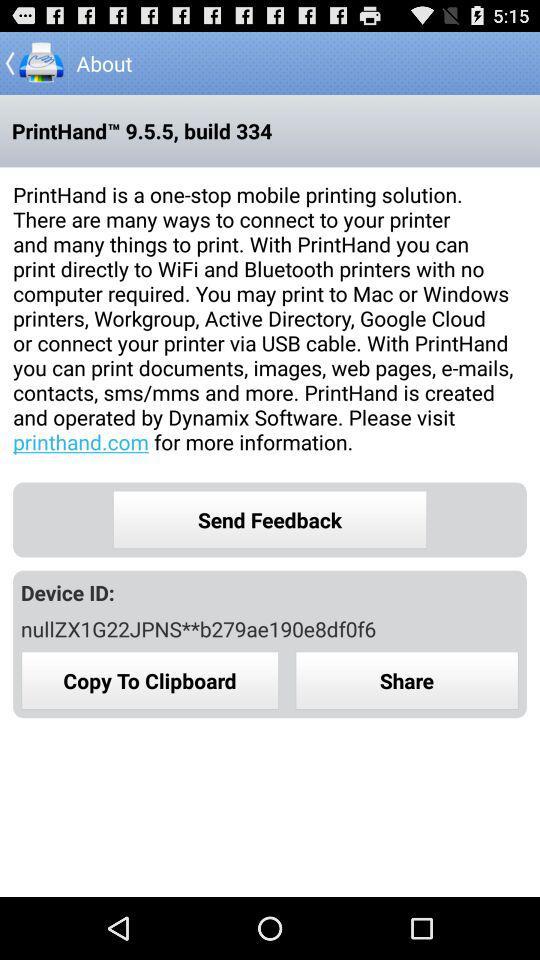  I want to click on share button, so click(406, 680).